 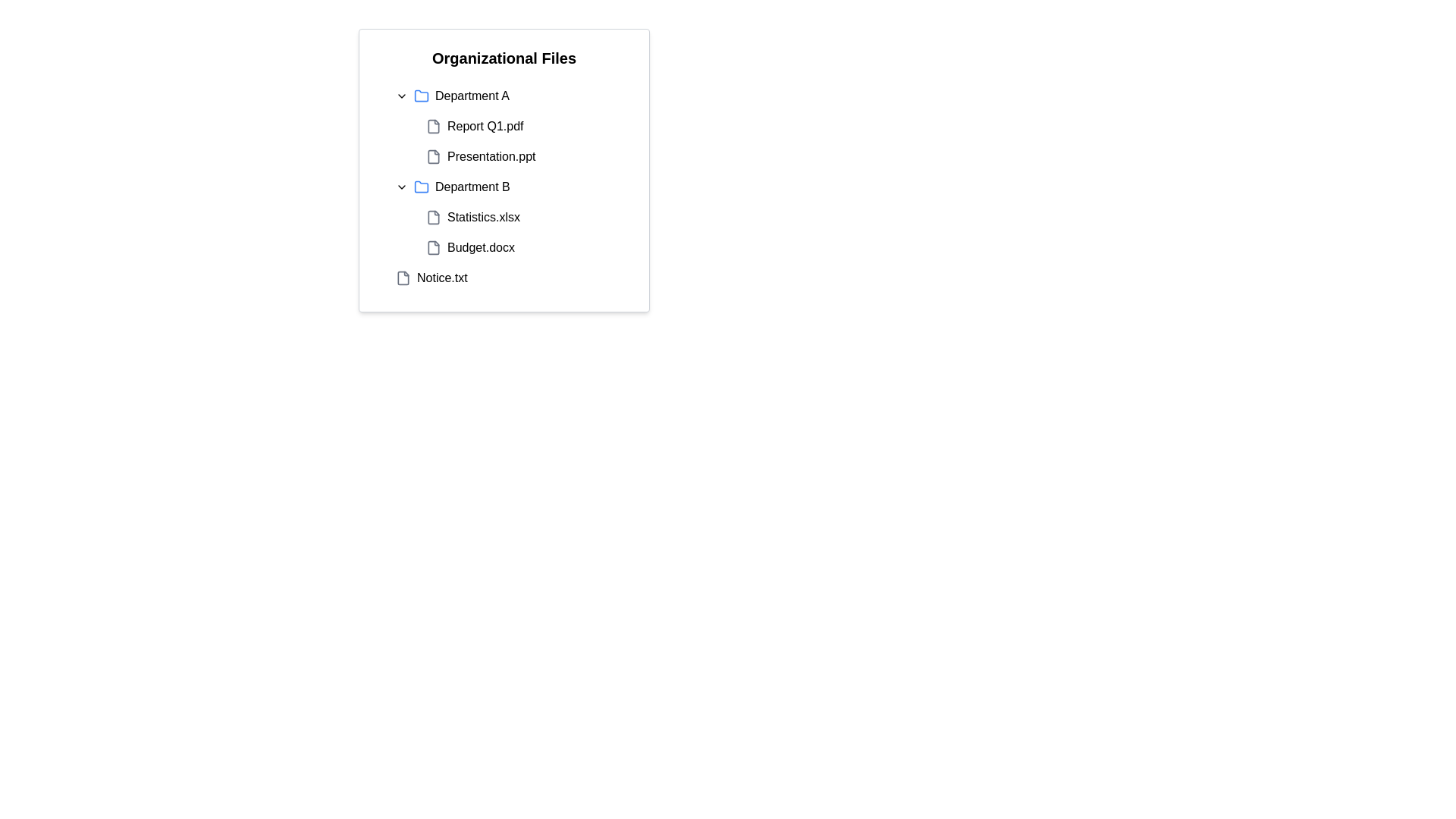 I want to click on the 'Department A' directory in the first position of the 'Organizational Files' tree view, so click(x=451, y=96).